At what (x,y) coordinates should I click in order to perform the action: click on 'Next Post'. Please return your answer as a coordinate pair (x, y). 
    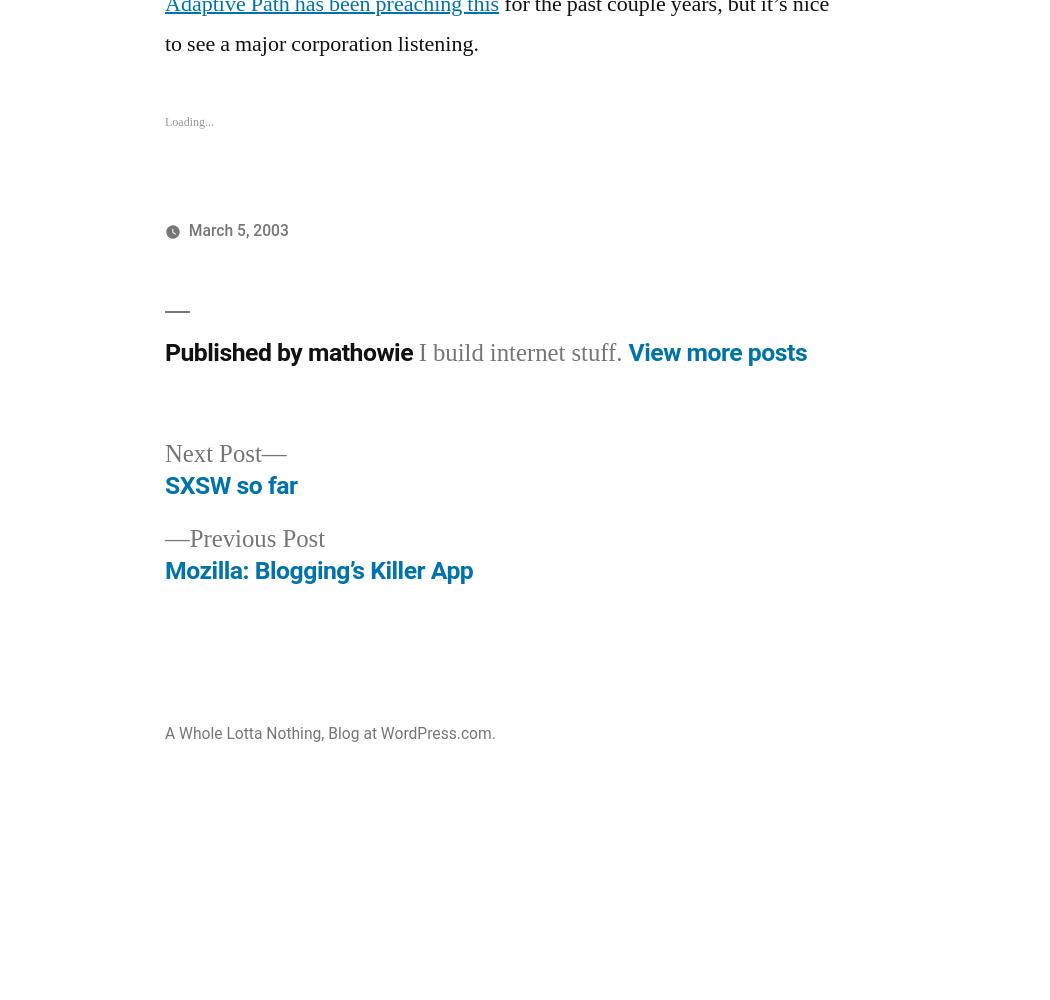
    Looking at the image, I should click on (212, 453).